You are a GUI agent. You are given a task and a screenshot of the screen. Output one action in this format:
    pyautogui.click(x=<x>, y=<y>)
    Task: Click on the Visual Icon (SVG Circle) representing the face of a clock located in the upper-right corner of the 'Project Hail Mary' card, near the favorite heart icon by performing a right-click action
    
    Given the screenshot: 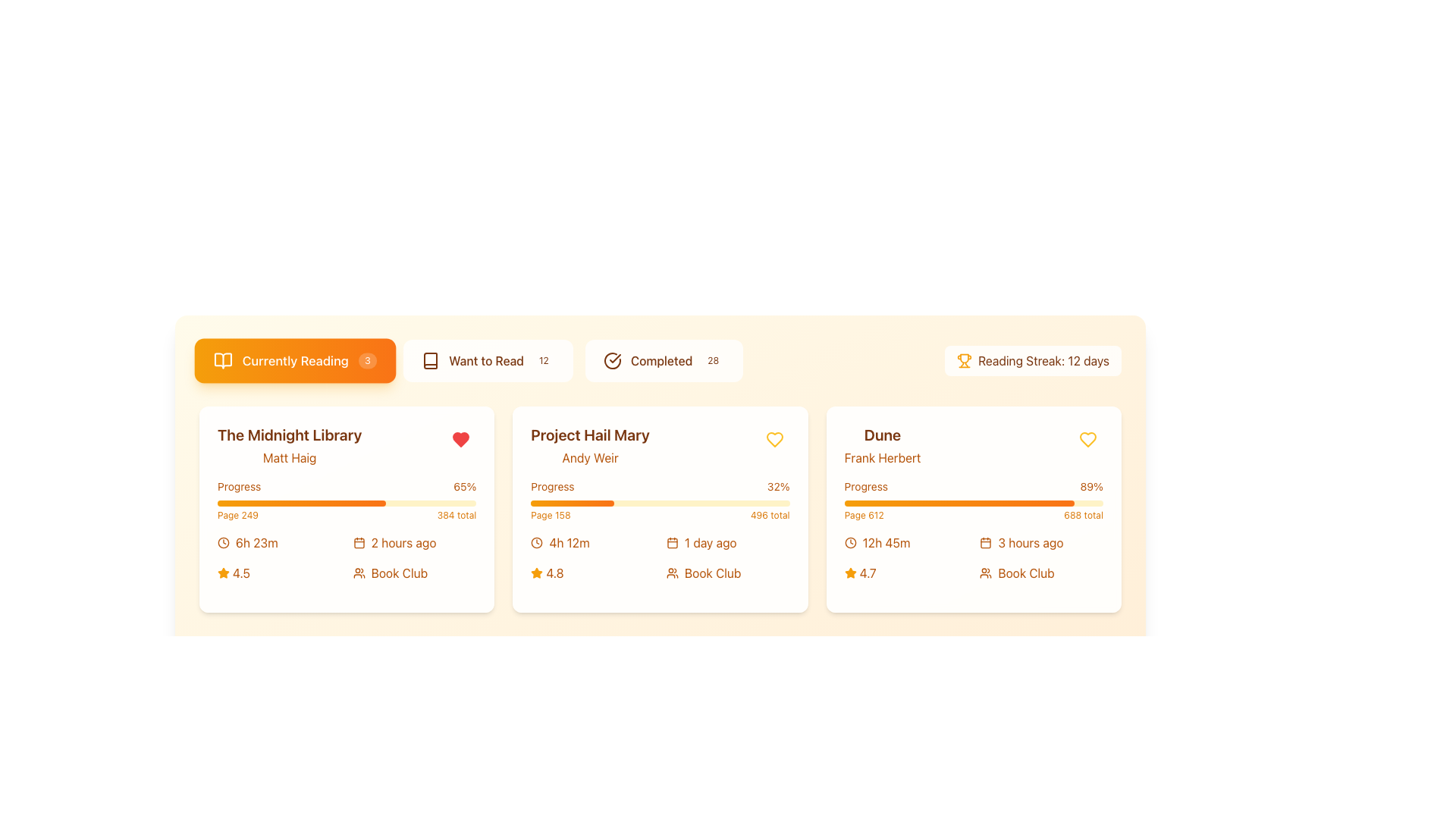 What is the action you would take?
    pyautogui.click(x=537, y=542)
    